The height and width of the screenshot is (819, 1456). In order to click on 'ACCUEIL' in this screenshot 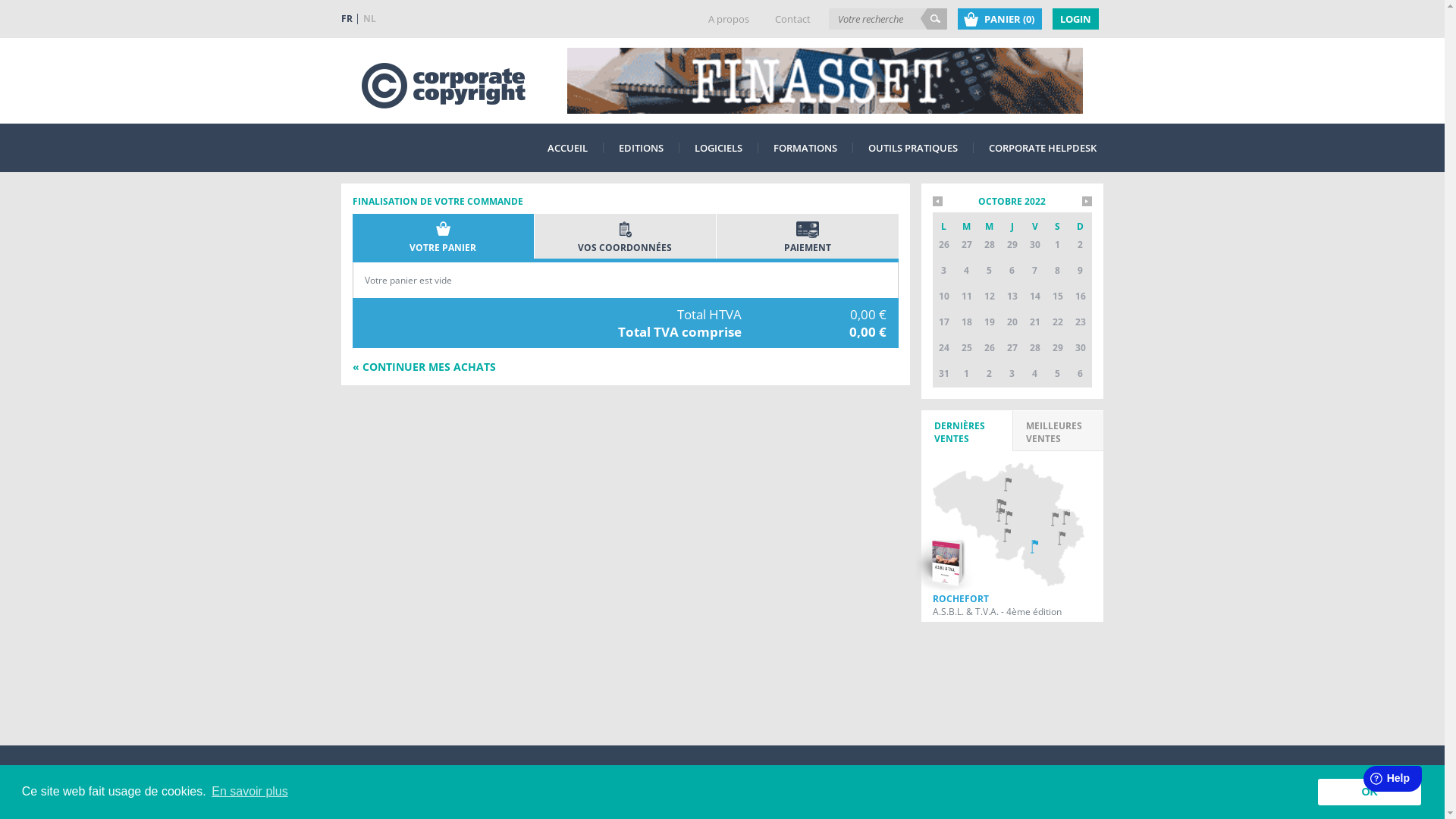, I will do `click(566, 148)`.